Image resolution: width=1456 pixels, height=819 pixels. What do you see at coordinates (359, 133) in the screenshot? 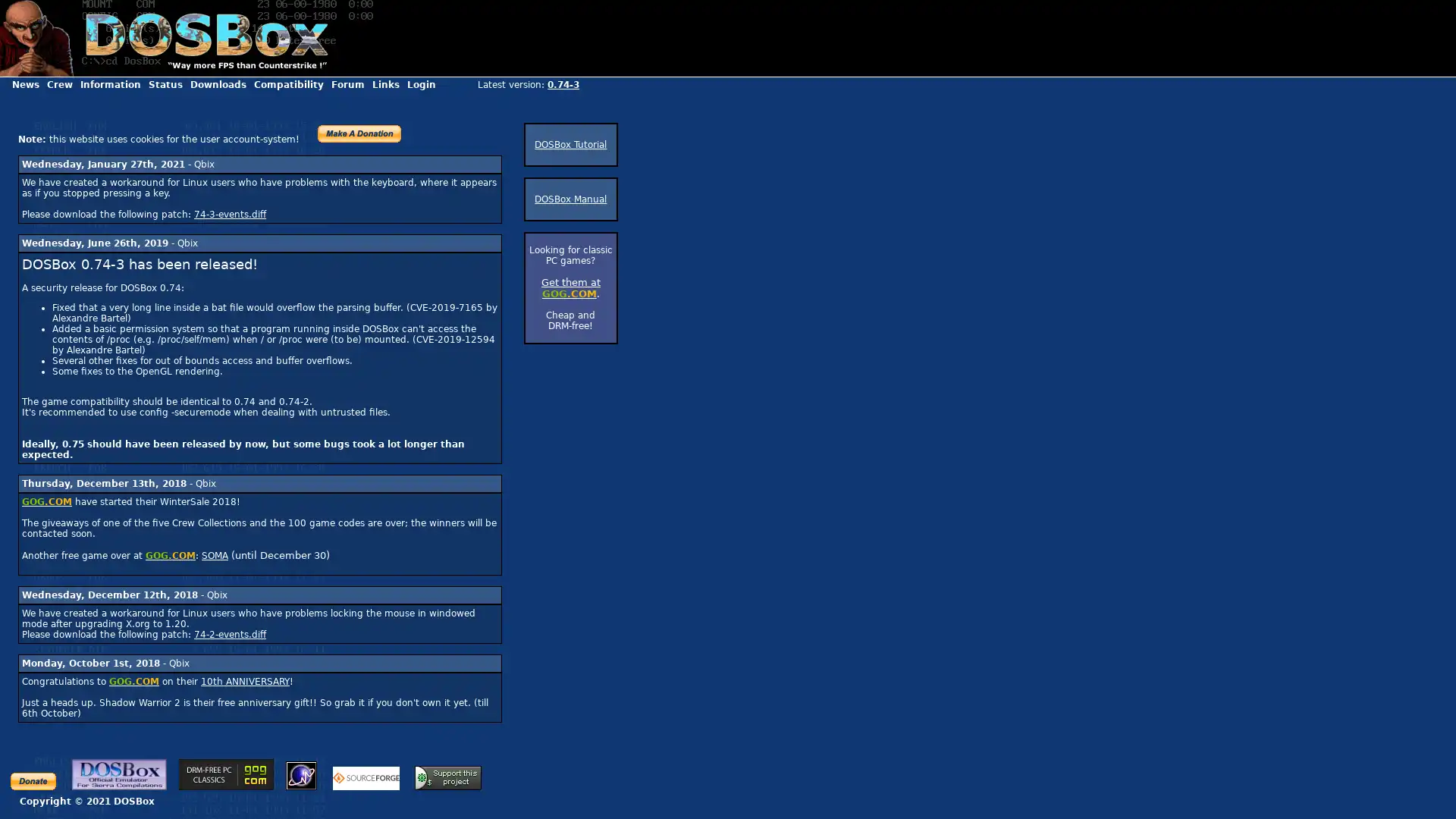
I see `PayPal - The safer, easier way to pay online!` at bounding box center [359, 133].